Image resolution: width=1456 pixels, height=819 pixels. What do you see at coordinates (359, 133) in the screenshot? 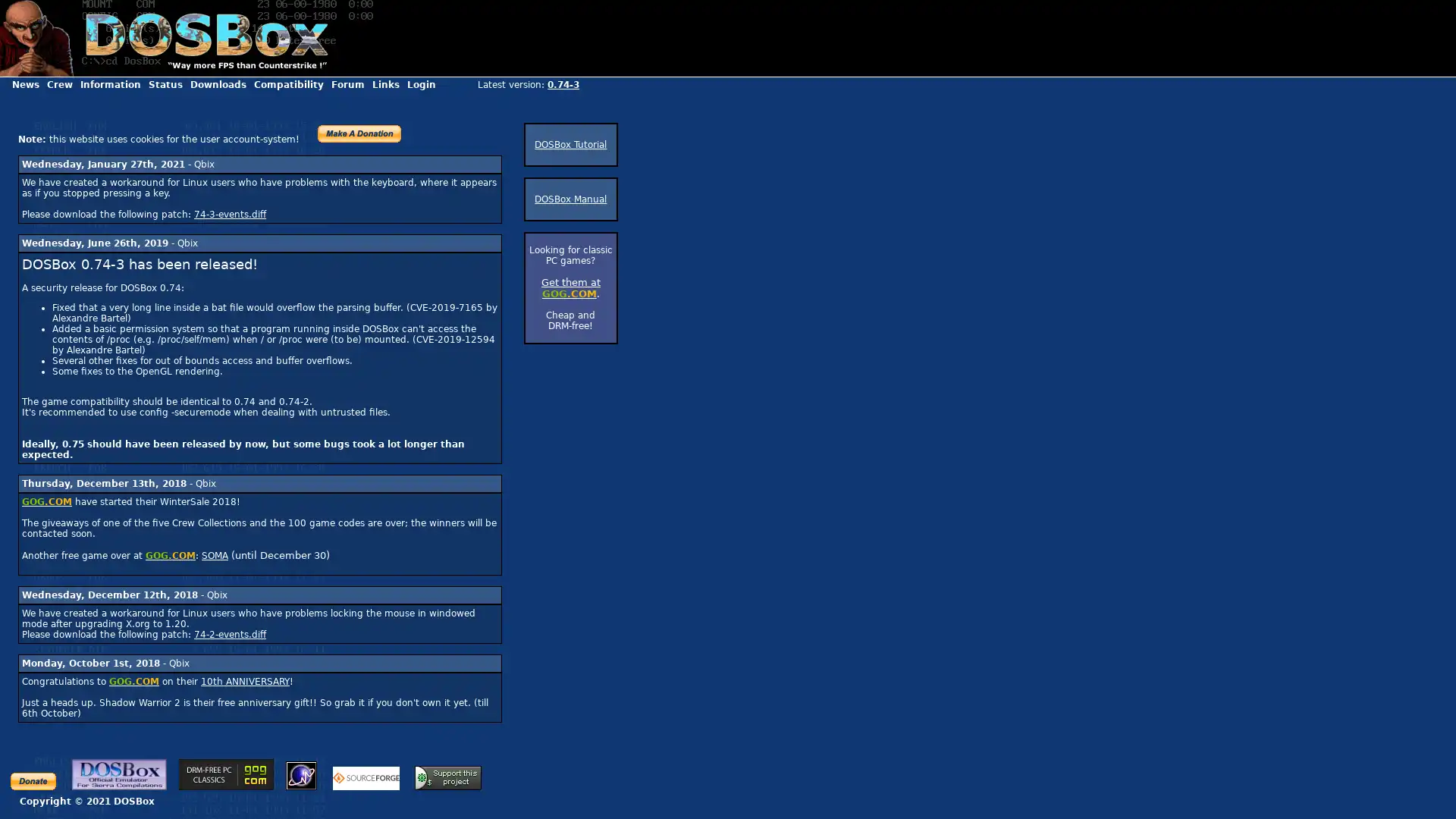
I see `PayPal - The safer, easier way to pay online!` at bounding box center [359, 133].